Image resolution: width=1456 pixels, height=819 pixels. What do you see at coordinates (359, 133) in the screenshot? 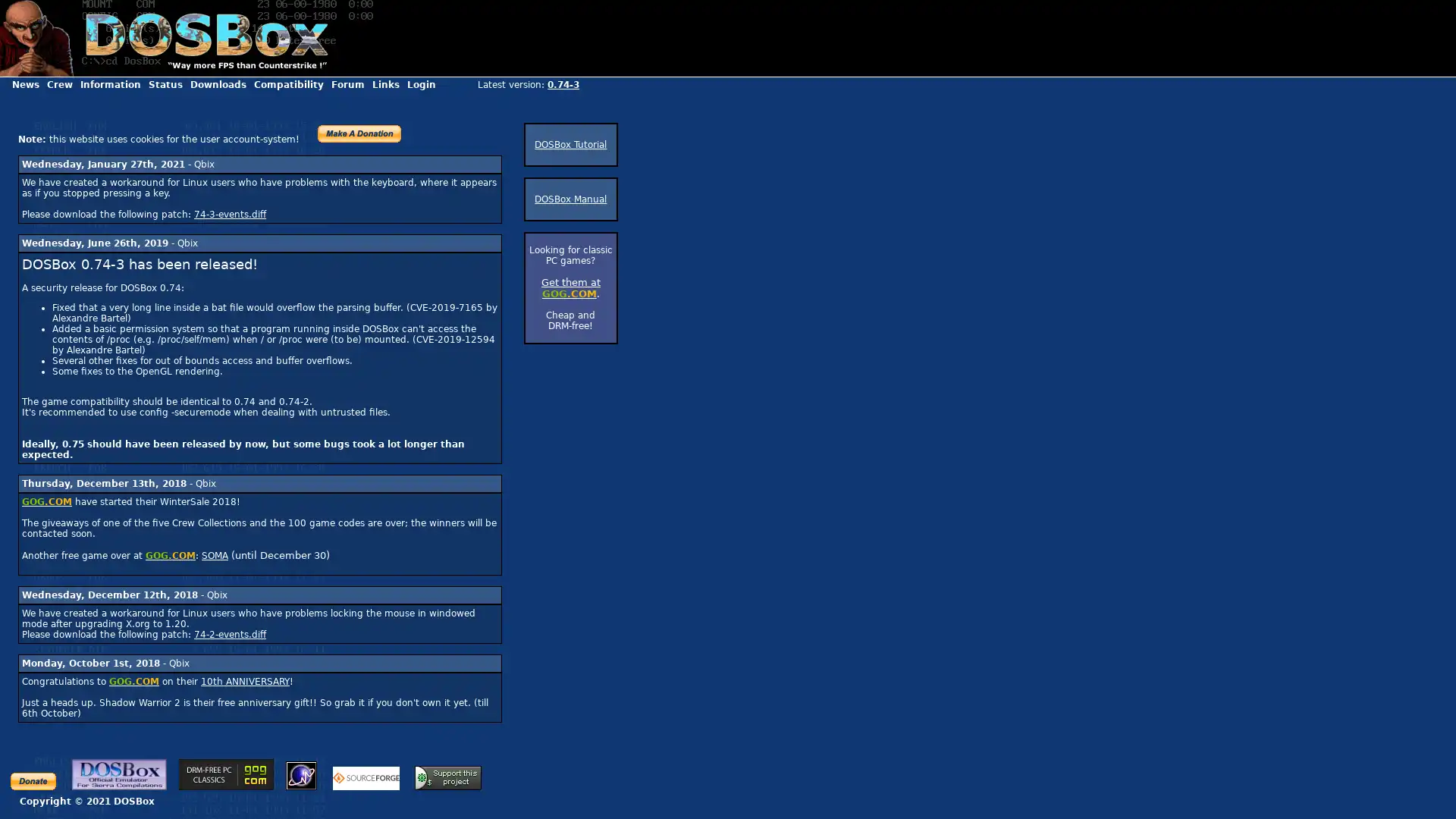
I see `PayPal - The safer, easier way to pay online!` at bounding box center [359, 133].